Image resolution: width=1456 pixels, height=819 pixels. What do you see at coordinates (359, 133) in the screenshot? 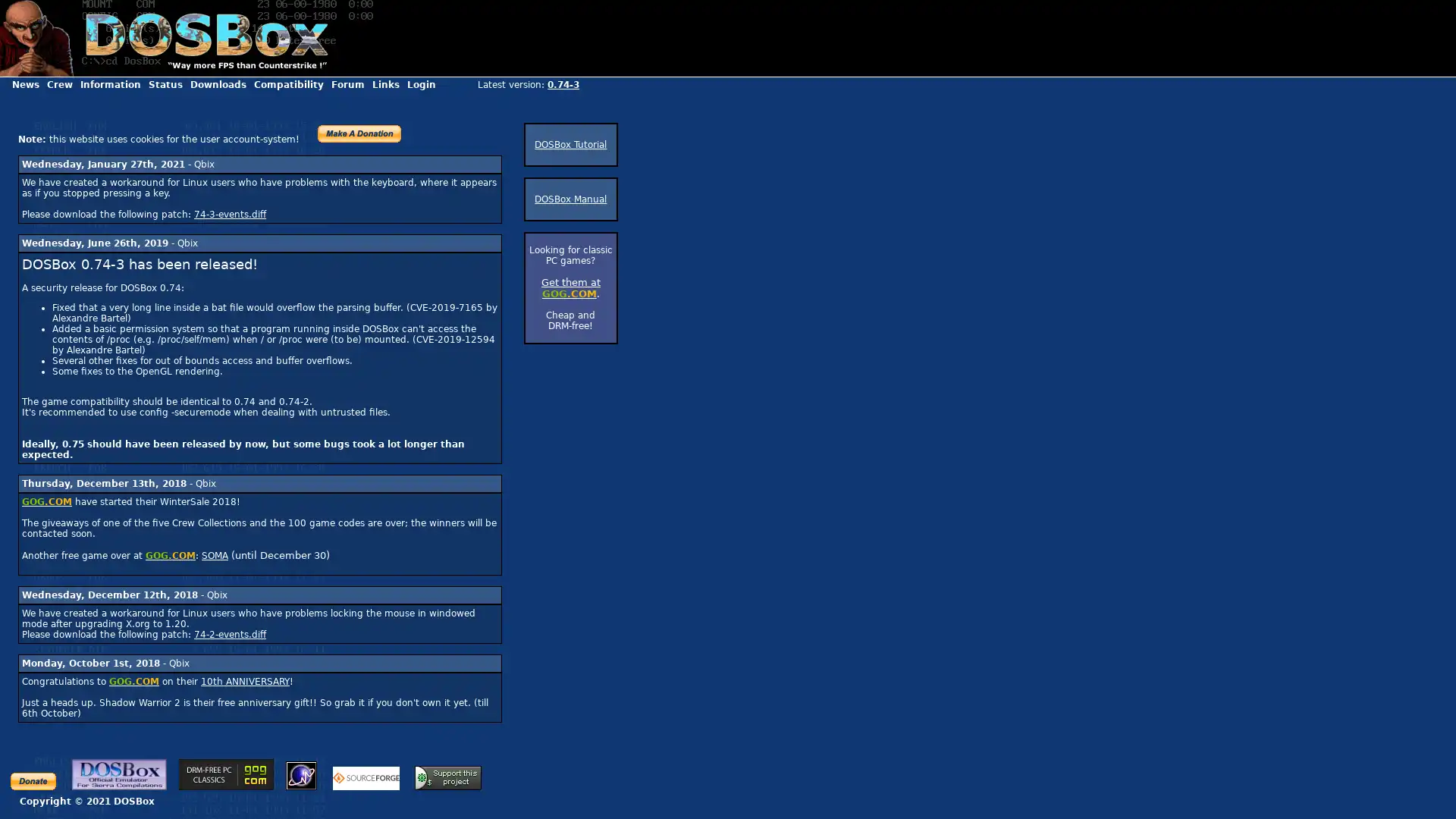
I see `PayPal - The safer, easier way to pay online!` at bounding box center [359, 133].